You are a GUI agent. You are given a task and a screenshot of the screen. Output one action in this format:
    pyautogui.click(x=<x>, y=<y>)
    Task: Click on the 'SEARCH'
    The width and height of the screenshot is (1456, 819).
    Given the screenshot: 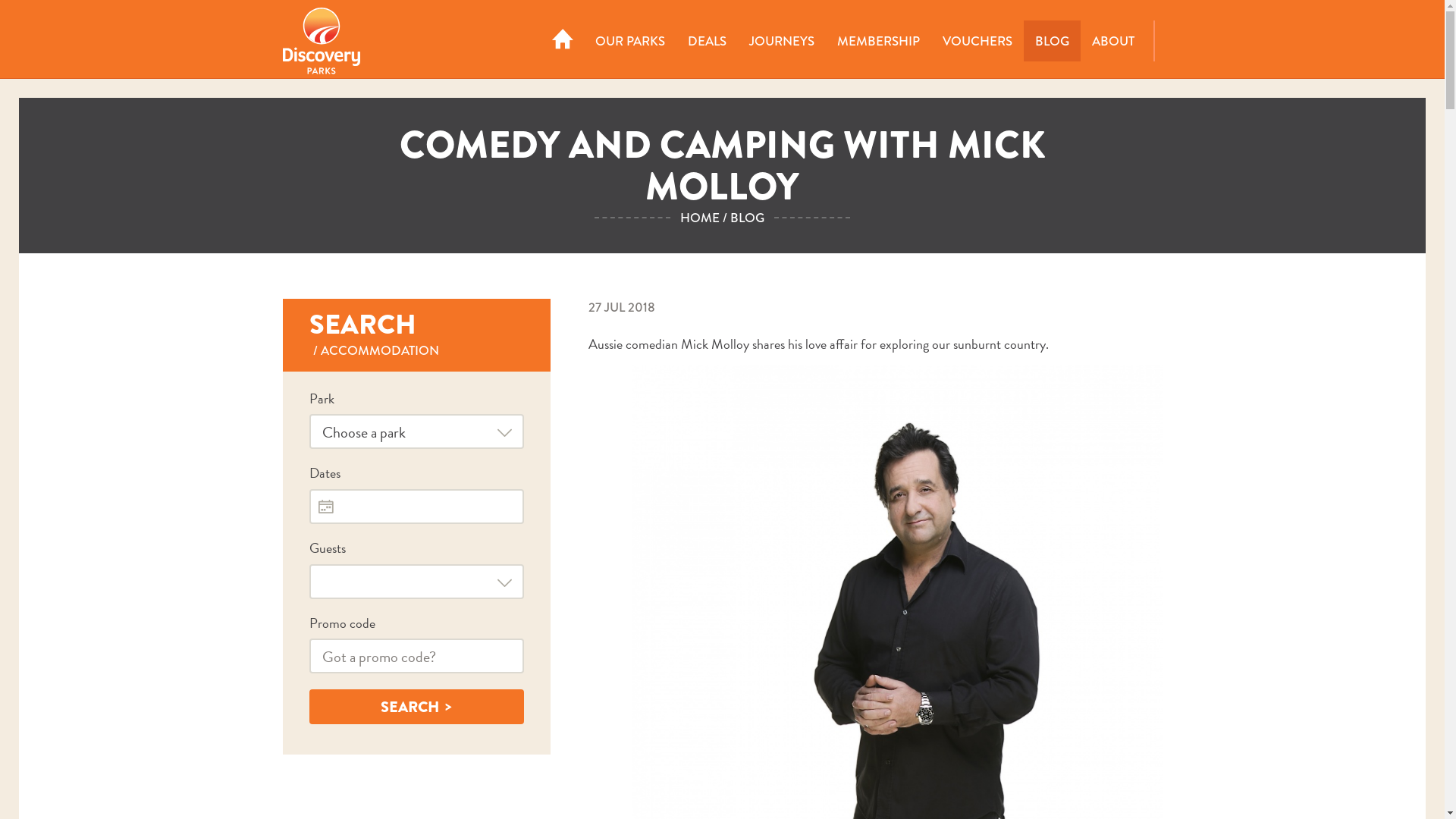 What is the action you would take?
    pyautogui.click(x=309, y=707)
    